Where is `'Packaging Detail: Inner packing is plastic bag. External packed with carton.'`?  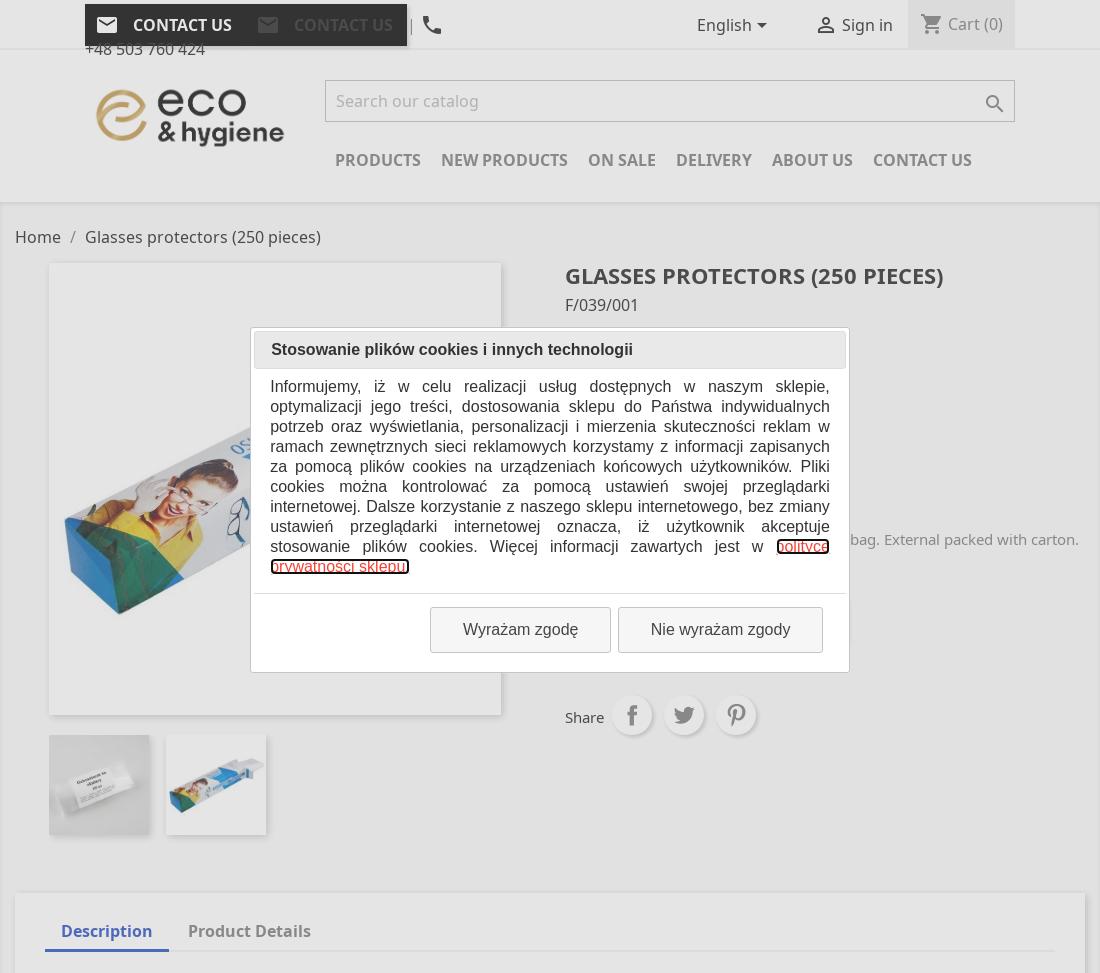
'Packaging Detail: Inner packing is plastic bag. External packed with carton.' is located at coordinates (563, 538).